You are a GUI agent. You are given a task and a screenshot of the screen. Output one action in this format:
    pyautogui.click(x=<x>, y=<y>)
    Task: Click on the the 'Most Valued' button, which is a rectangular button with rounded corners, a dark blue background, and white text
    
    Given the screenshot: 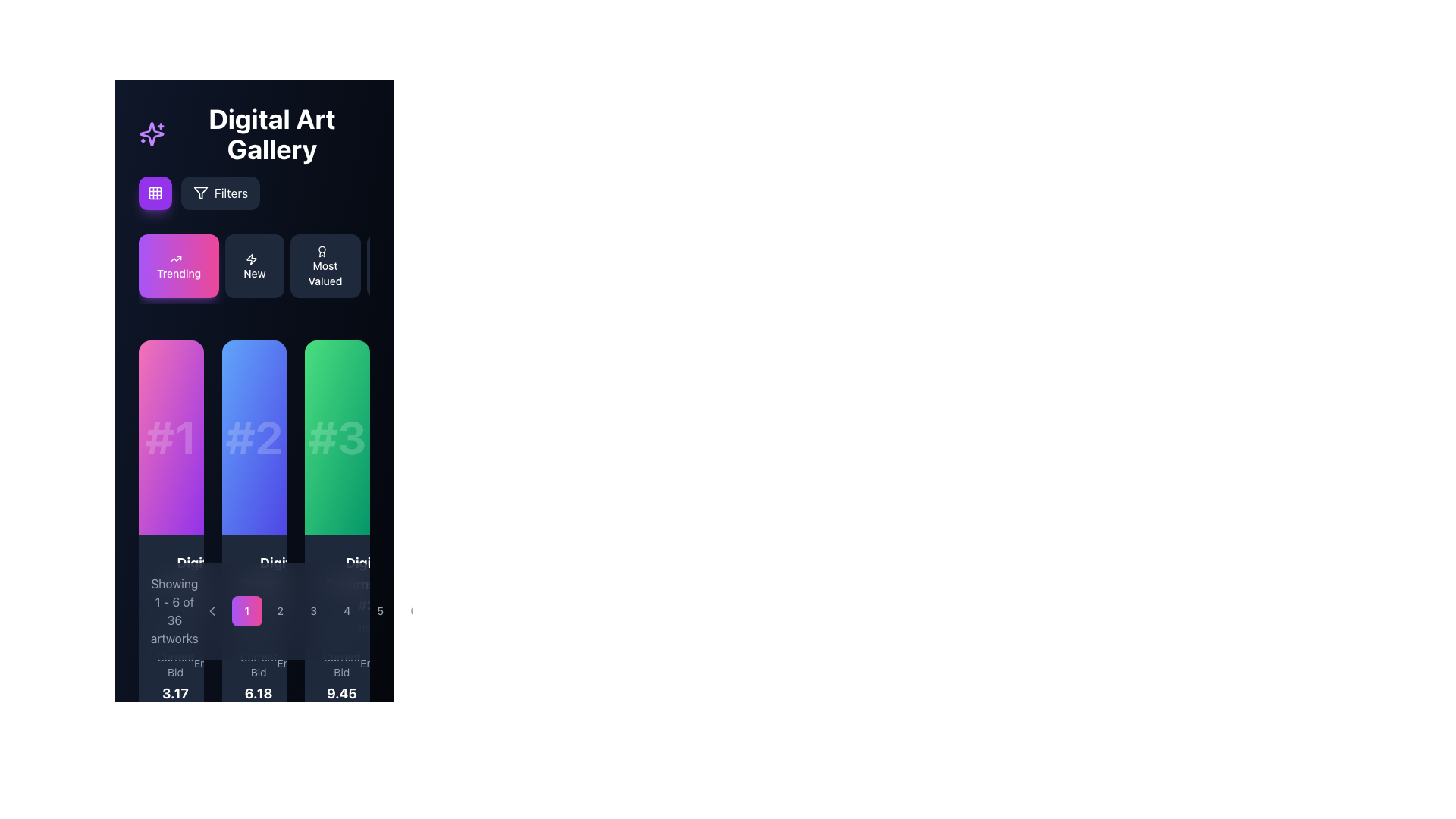 What is the action you would take?
    pyautogui.click(x=325, y=265)
    